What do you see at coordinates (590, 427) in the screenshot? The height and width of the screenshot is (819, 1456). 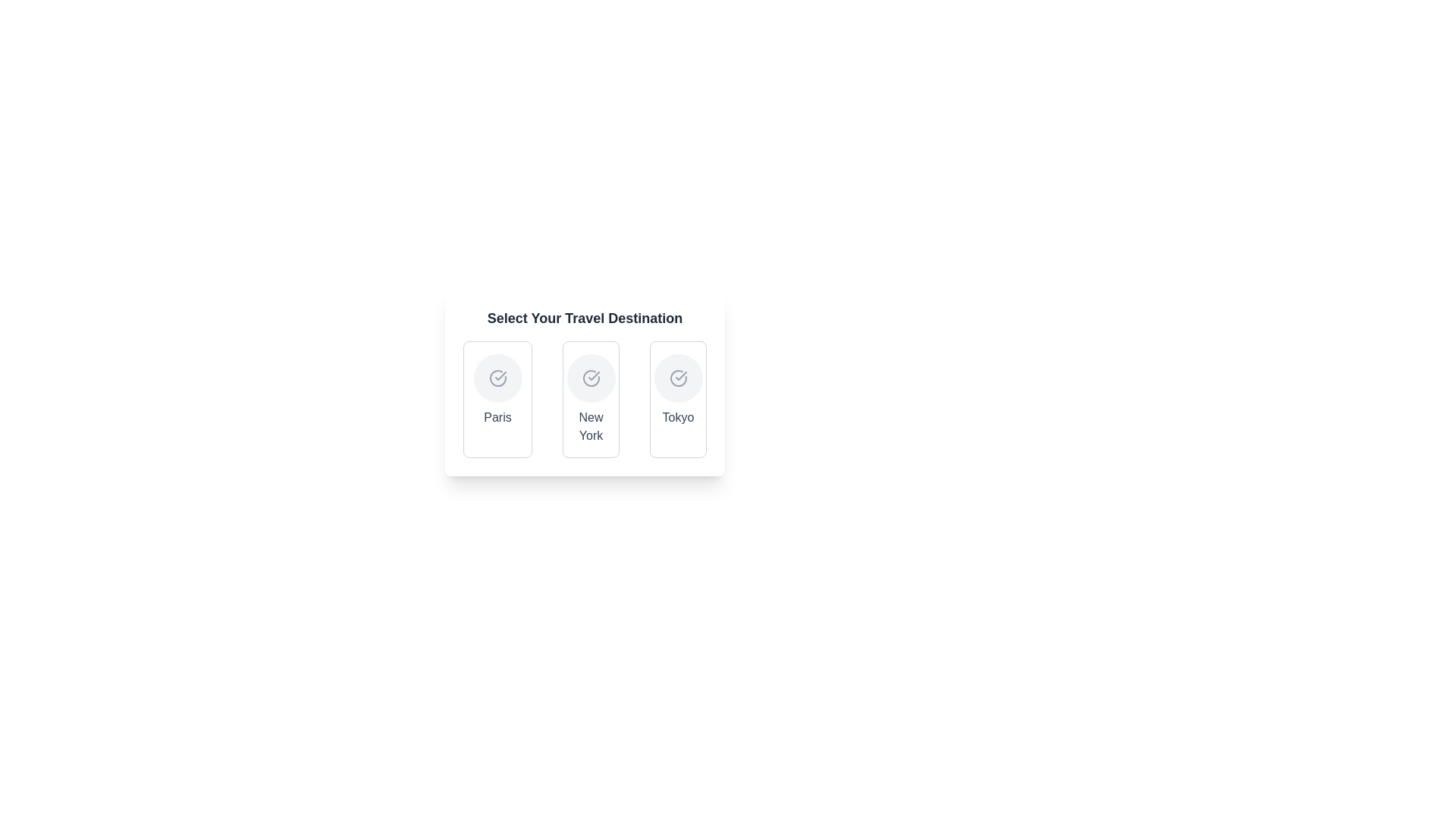 I see `the 'New York' text label element` at bounding box center [590, 427].